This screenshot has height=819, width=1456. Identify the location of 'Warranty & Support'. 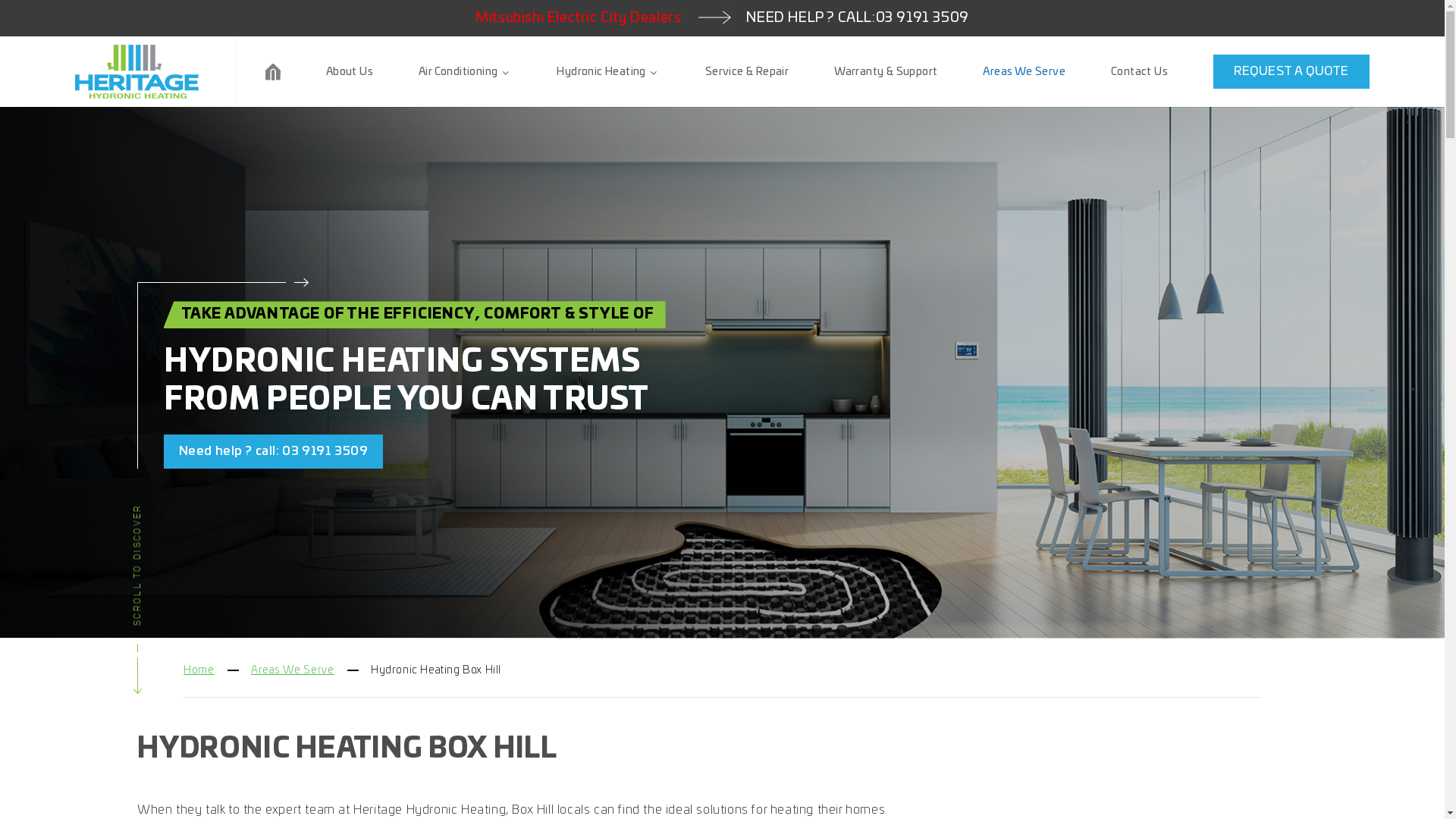
(885, 71).